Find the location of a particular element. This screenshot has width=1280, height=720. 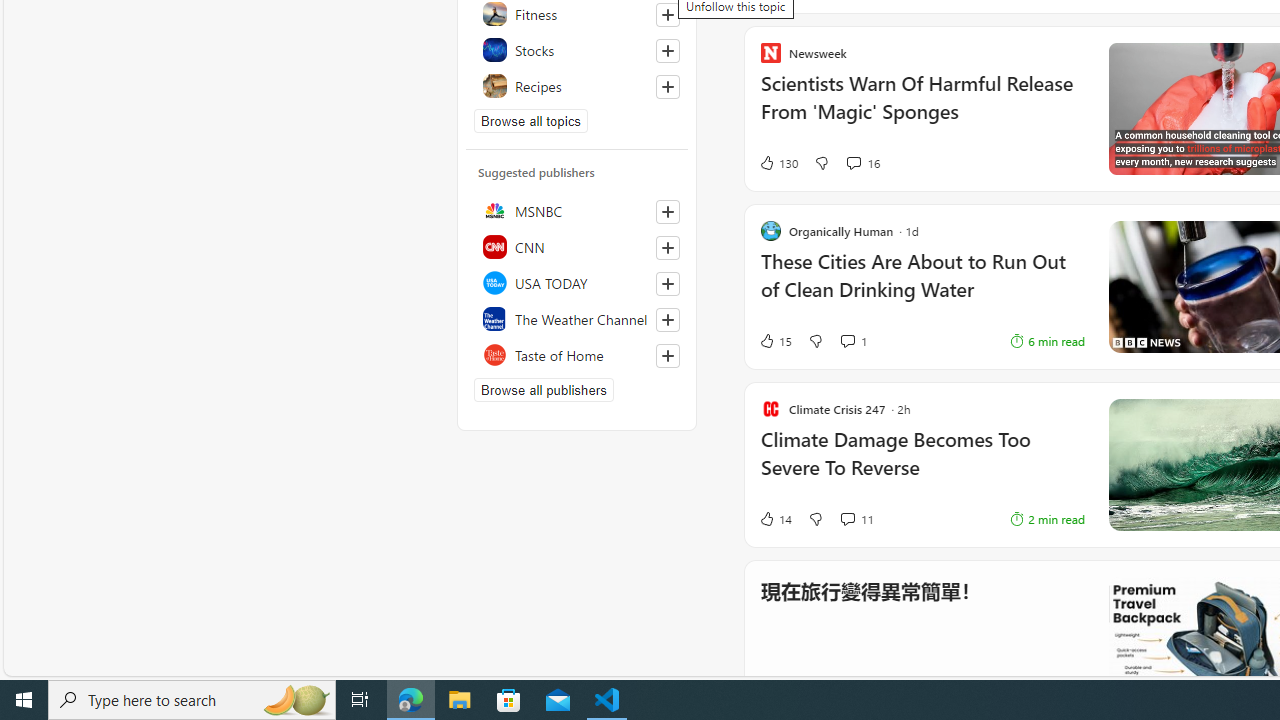

'Climate Damage Becomes Too Severe To Reverse' is located at coordinates (921, 464).